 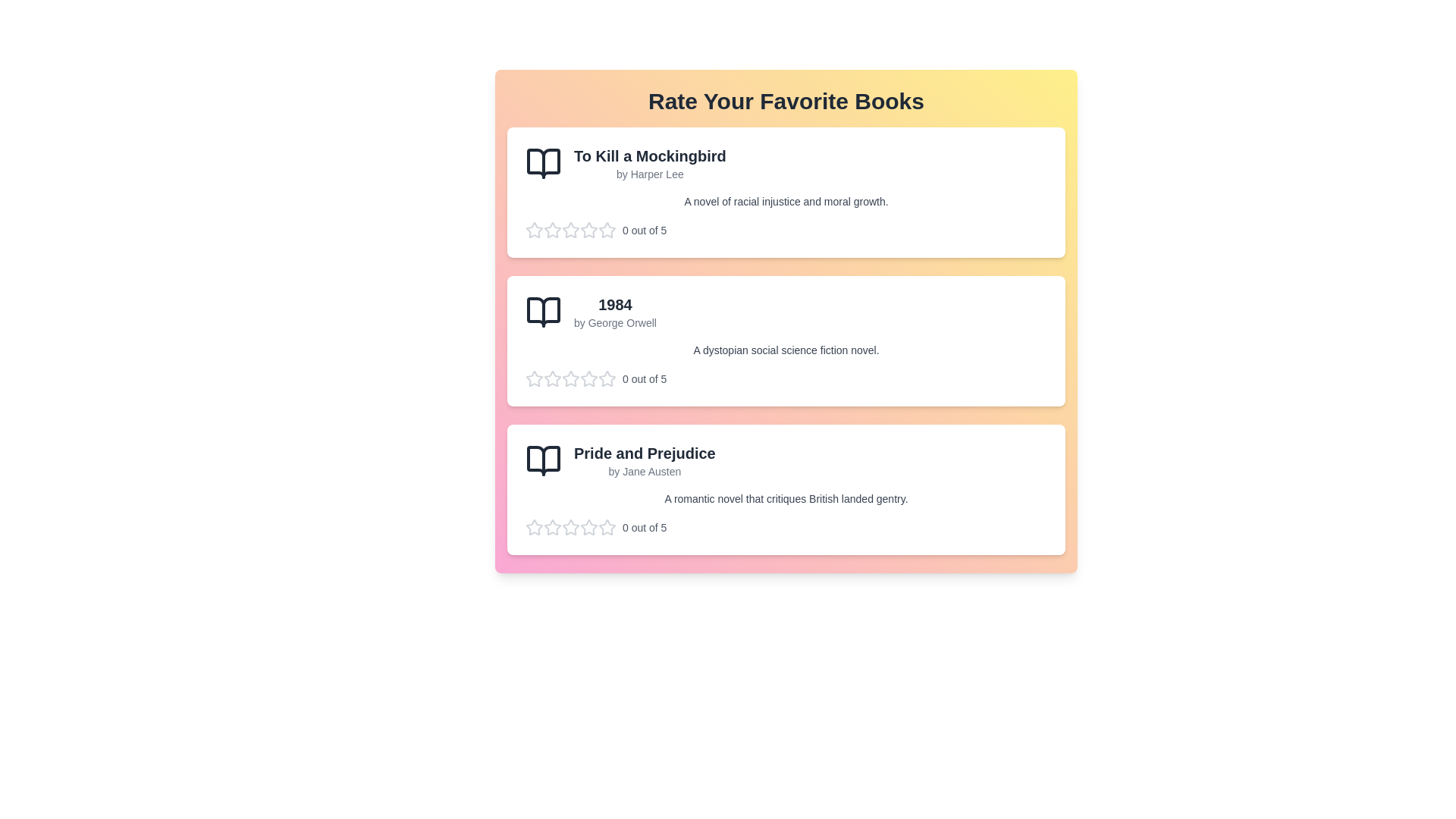 I want to click on the text label that provides a brief summary of the book '1984' by George Orwell, located below the title and author name, and above the rating section, so click(x=786, y=350).